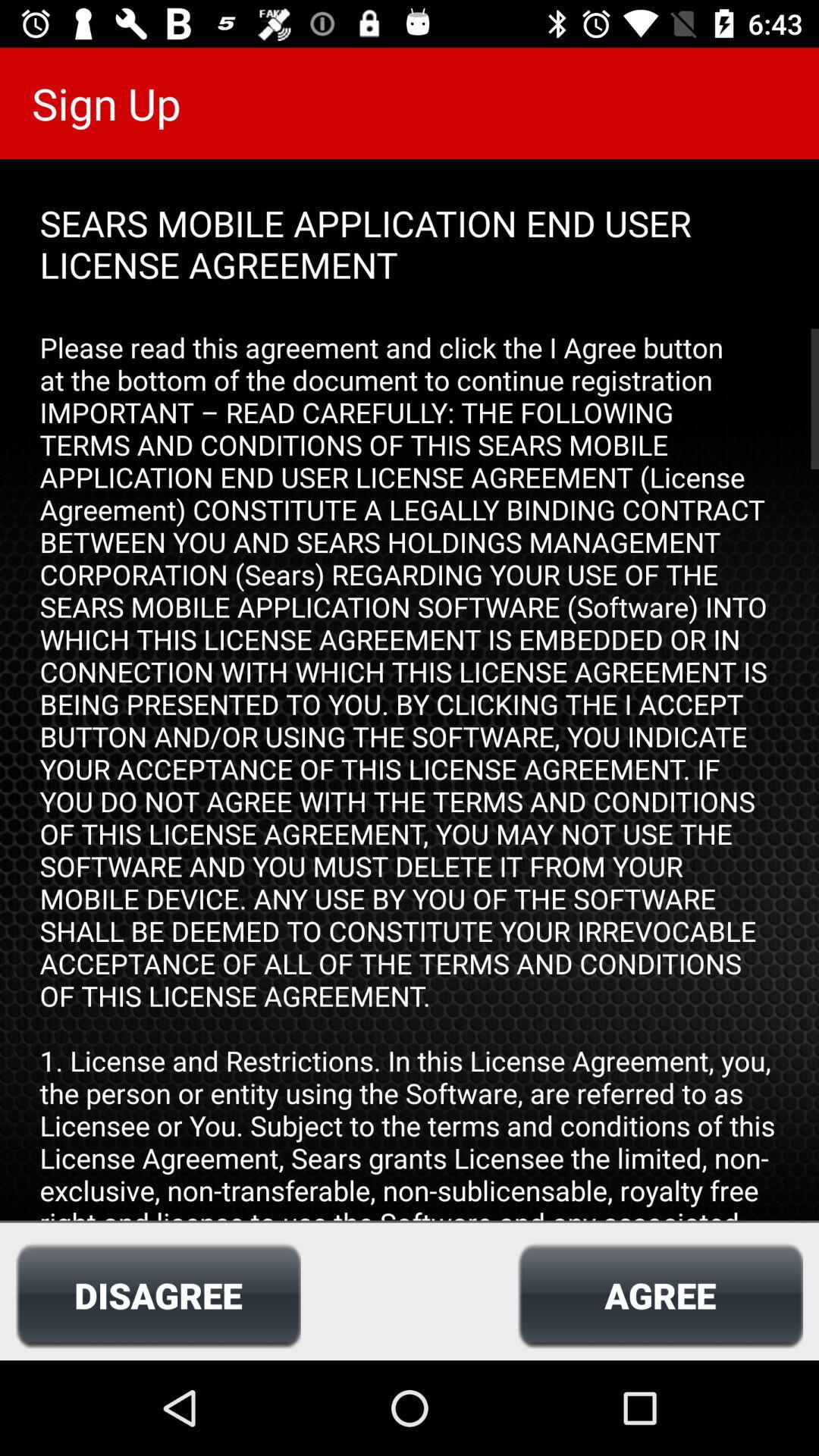 The height and width of the screenshot is (1456, 819). What do you see at coordinates (158, 1294) in the screenshot?
I see `icon to the left of the agree icon` at bounding box center [158, 1294].